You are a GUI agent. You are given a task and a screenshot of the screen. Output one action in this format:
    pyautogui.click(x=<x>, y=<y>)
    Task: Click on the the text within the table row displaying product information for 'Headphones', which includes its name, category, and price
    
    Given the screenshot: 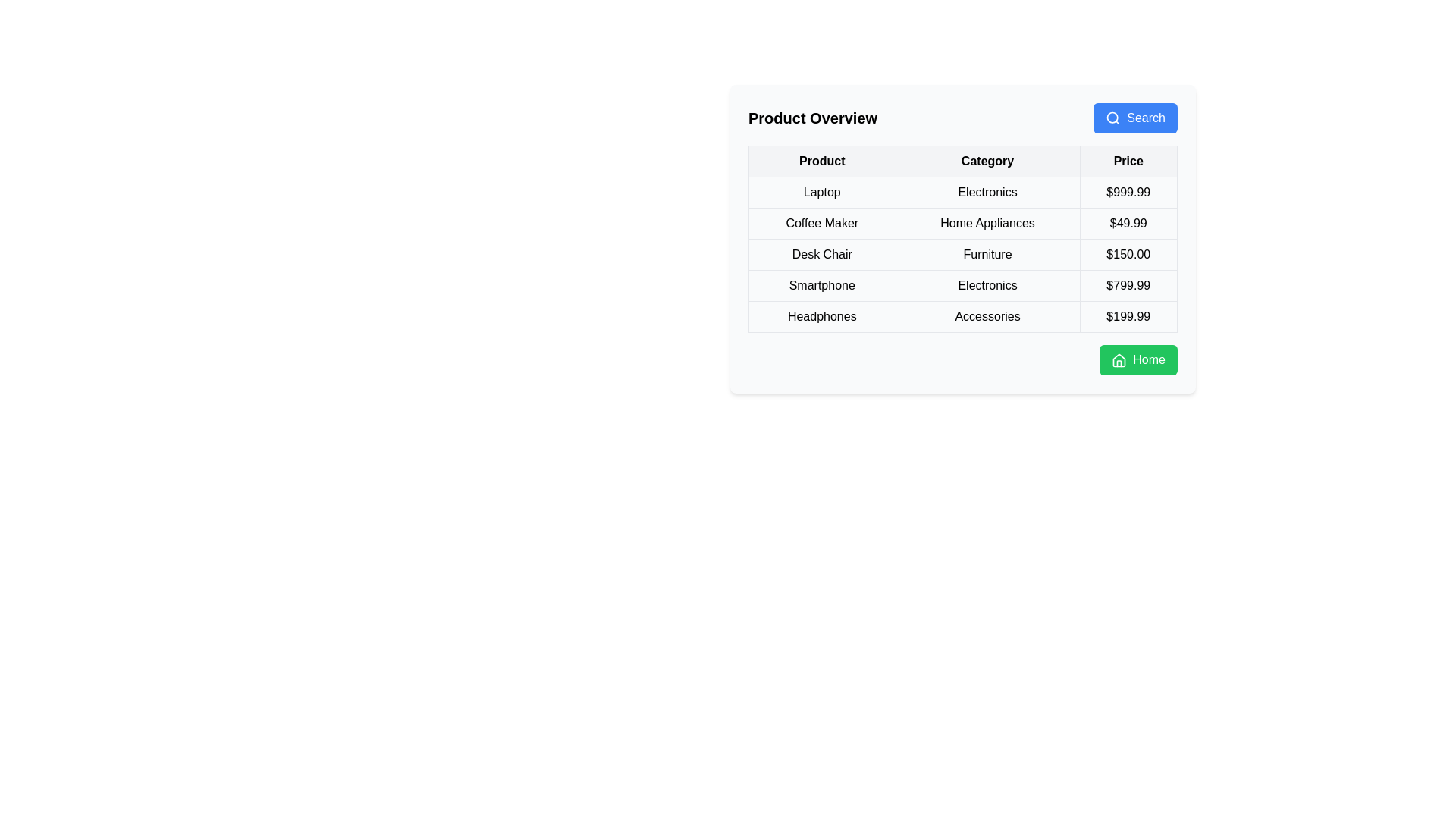 What is the action you would take?
    pyautogui.click(x=962, y=315)
    